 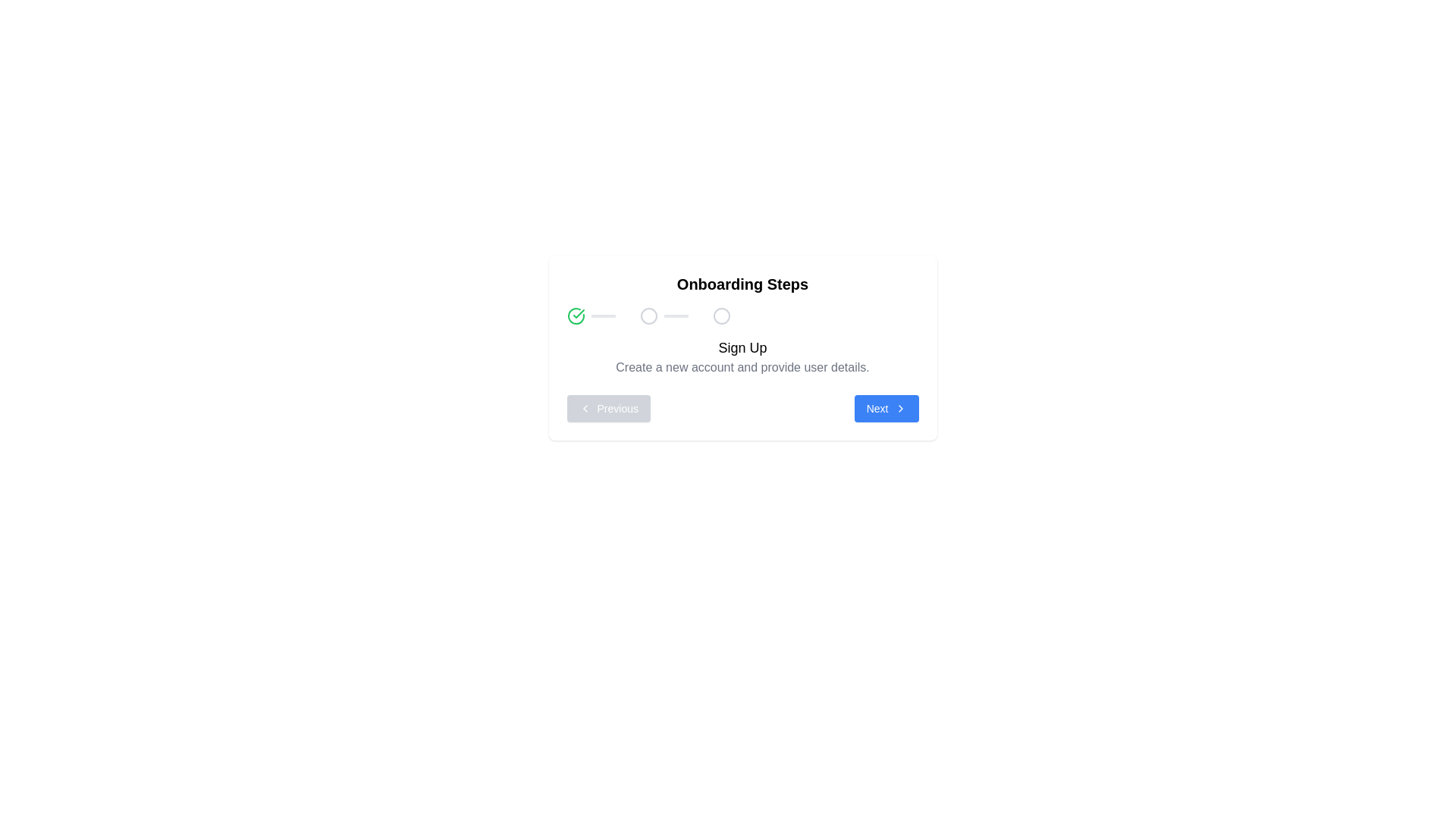 I want to click on the 'Previous' button, which is a rectangular button with a blue background and displays the text 'Previous' with a leftward-pointing chevron icon, so click(x=608, y=408).